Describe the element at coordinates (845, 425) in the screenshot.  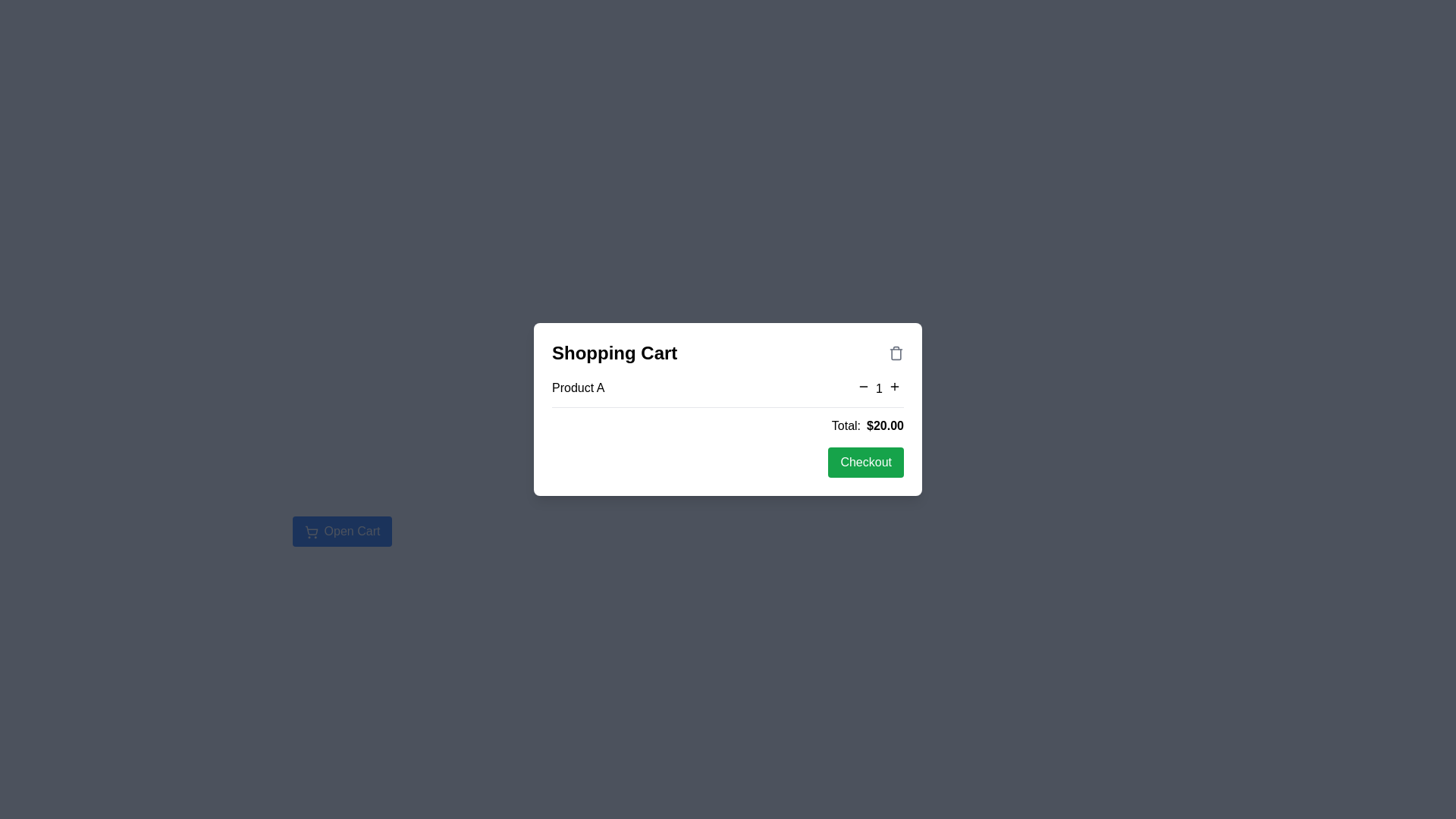
I see `the label 'Total:' which is displayed in bold and positioned to the left of the monetary value '$20.00' in the shopping cart interface` at that location.